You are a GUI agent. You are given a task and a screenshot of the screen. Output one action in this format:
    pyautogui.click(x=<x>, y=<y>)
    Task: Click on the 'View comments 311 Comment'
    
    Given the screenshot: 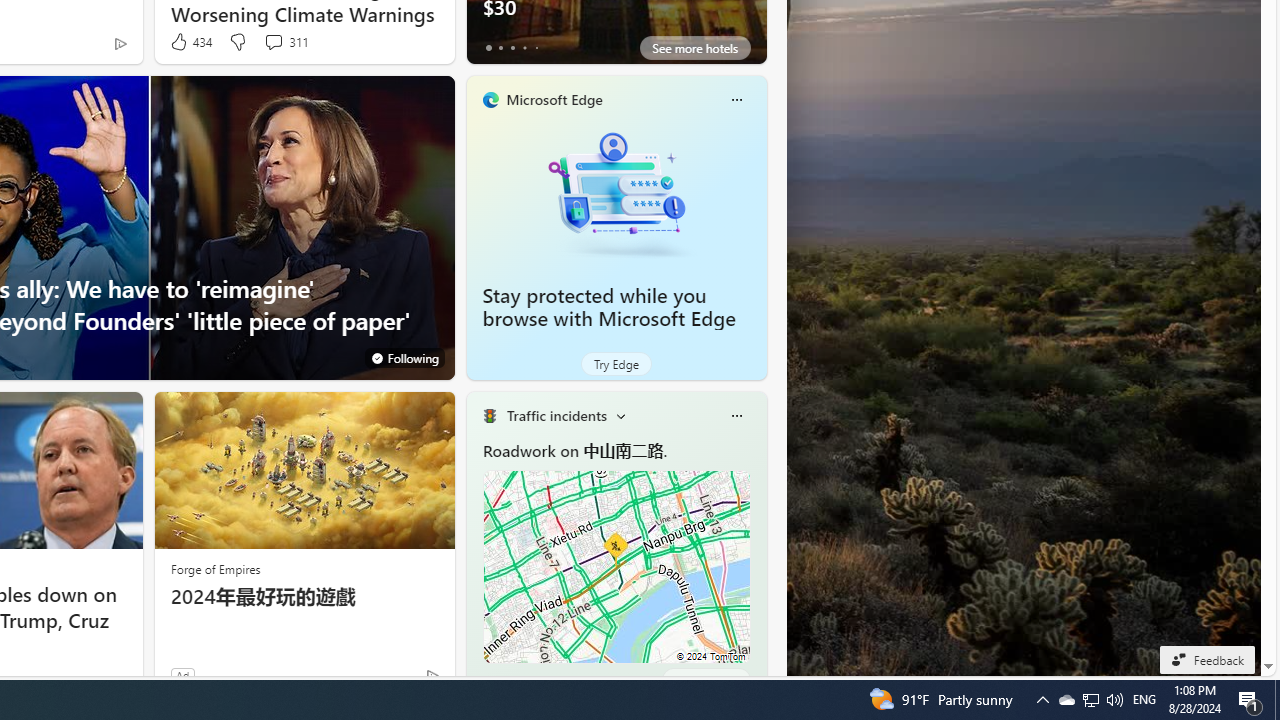 What is the action you would take?
    pyautogui.click(x=285, y=42)
    